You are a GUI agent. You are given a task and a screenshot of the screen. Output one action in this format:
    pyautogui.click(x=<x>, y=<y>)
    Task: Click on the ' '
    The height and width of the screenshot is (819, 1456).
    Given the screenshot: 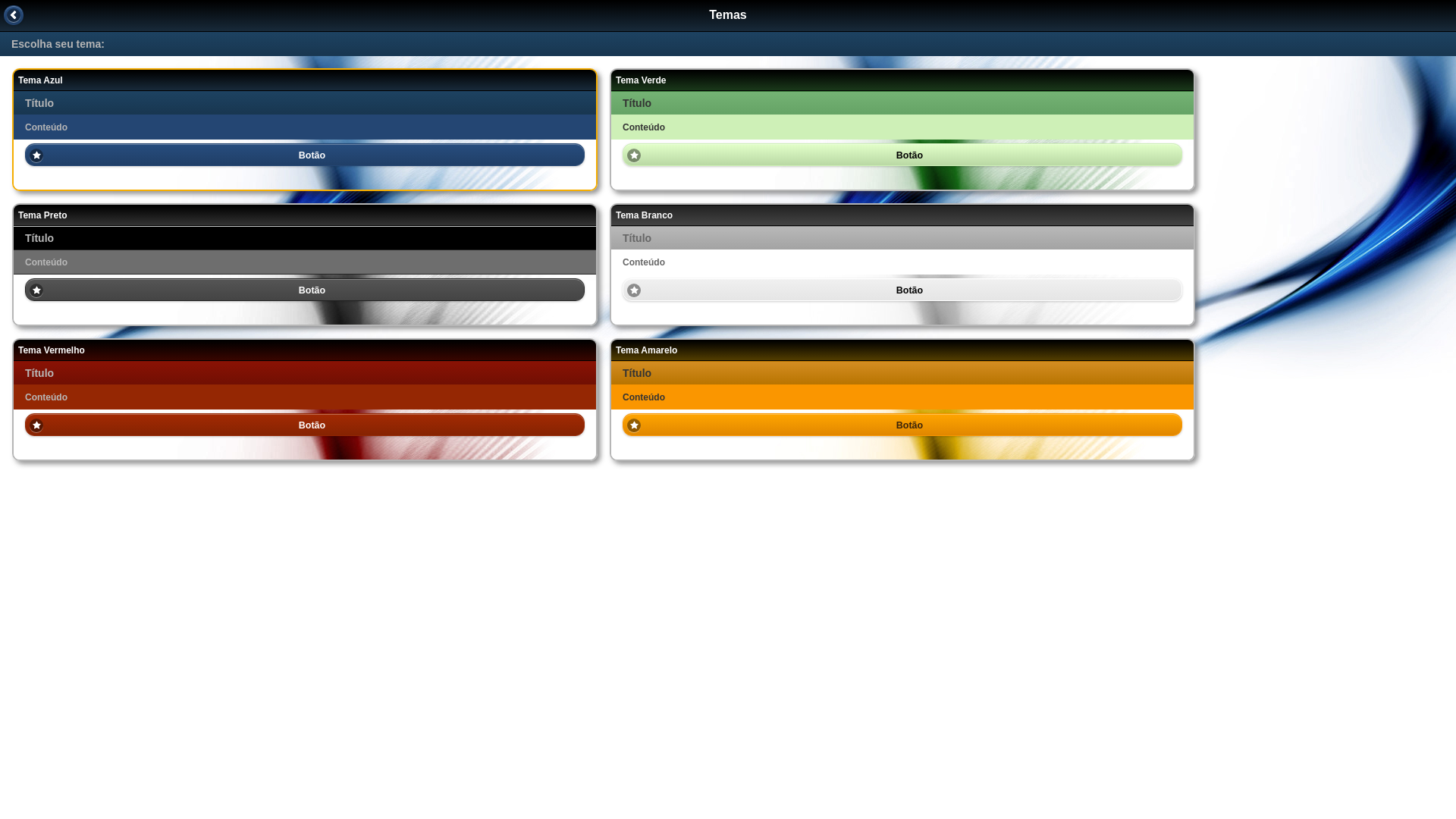 What is the action you would take?
    pyautogui.click(x=14, y=14)
    